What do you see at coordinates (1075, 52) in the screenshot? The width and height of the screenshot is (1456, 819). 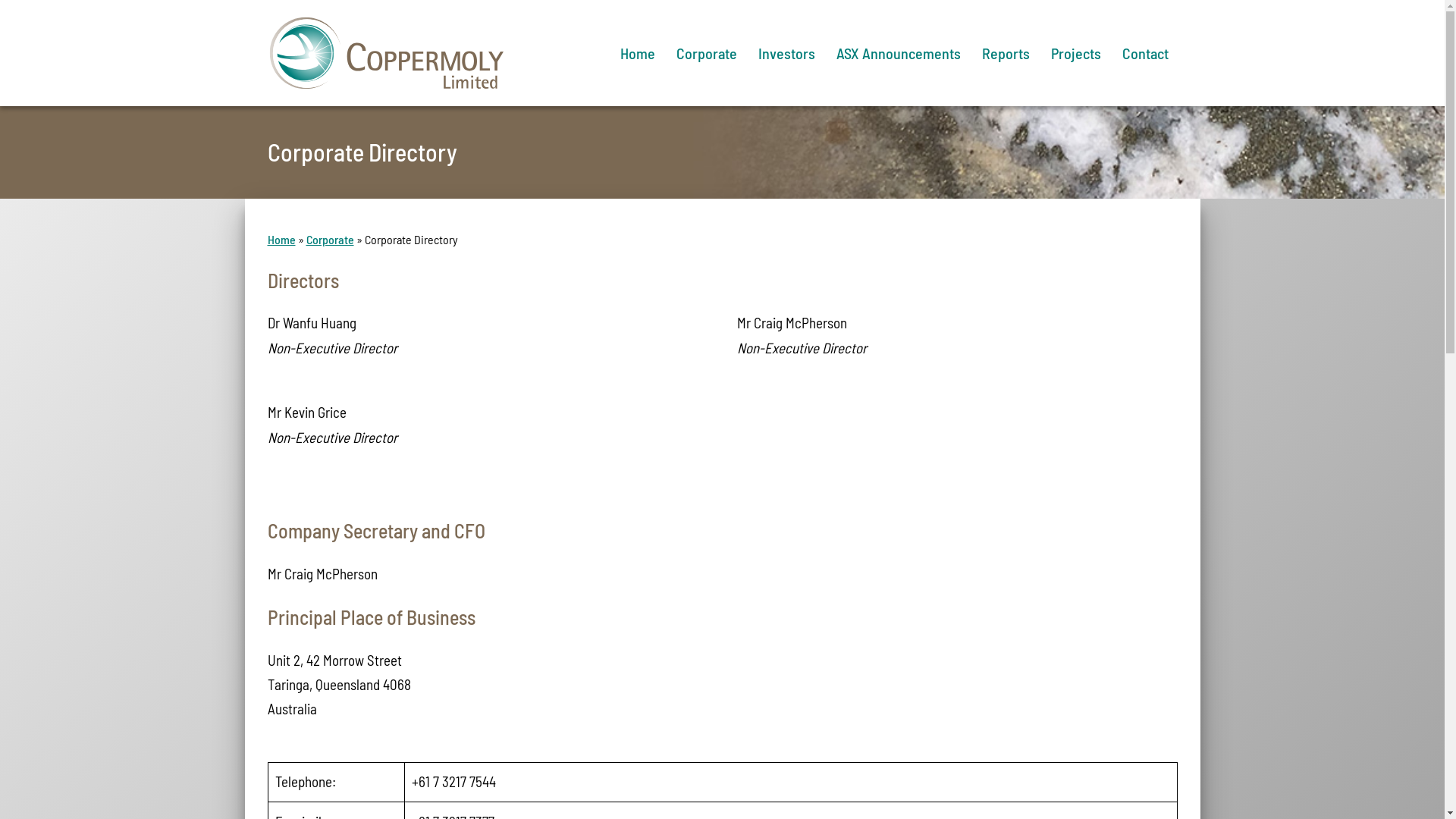 I see `'Projects'` at bounding box center [1075, 52].